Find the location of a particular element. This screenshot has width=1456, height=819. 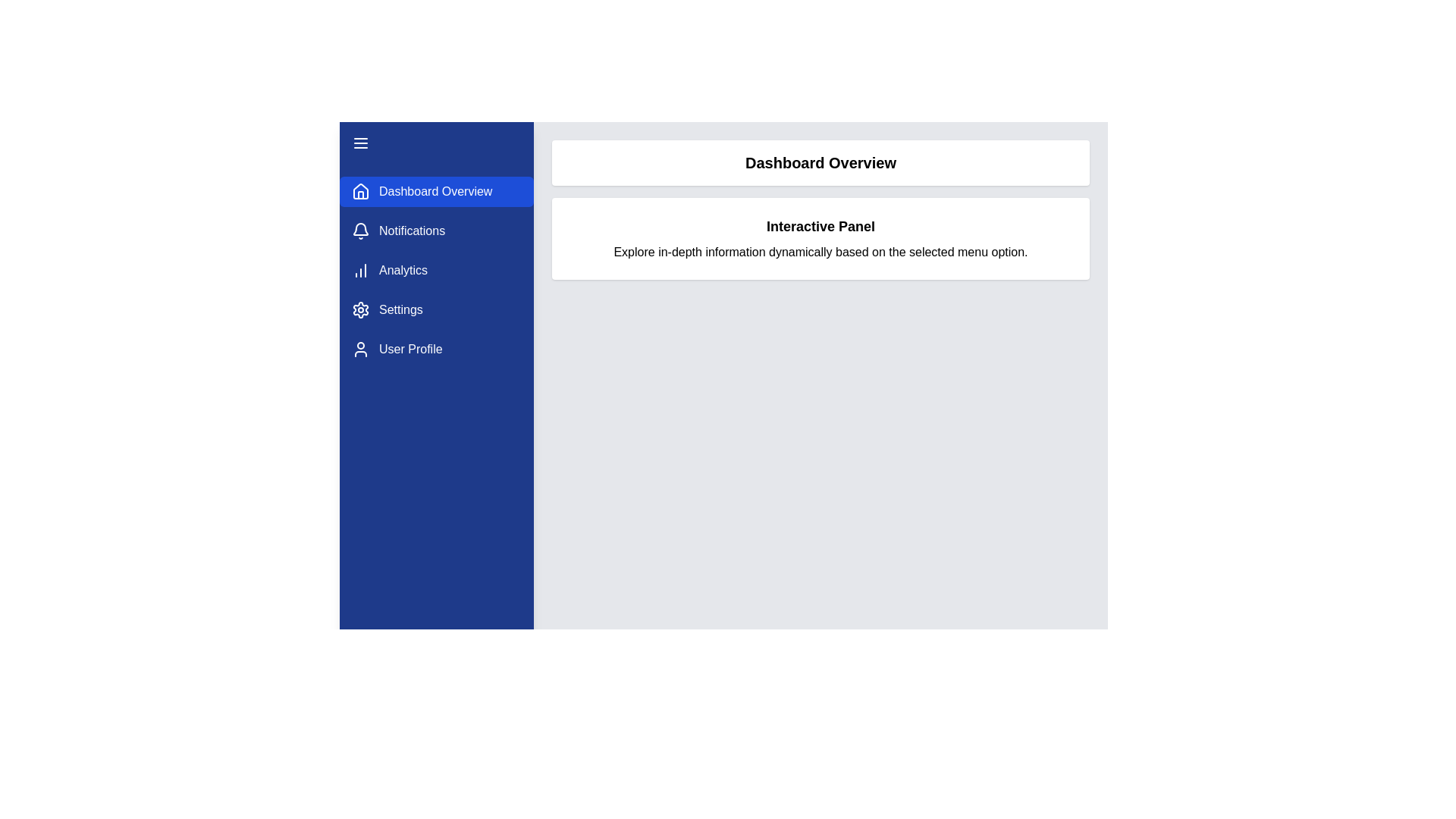

the static text content located directly beneath the title text 'Interactive Panel', which provides descriptive information about the interactive panel's purpose is located at coordinates (820, 251).